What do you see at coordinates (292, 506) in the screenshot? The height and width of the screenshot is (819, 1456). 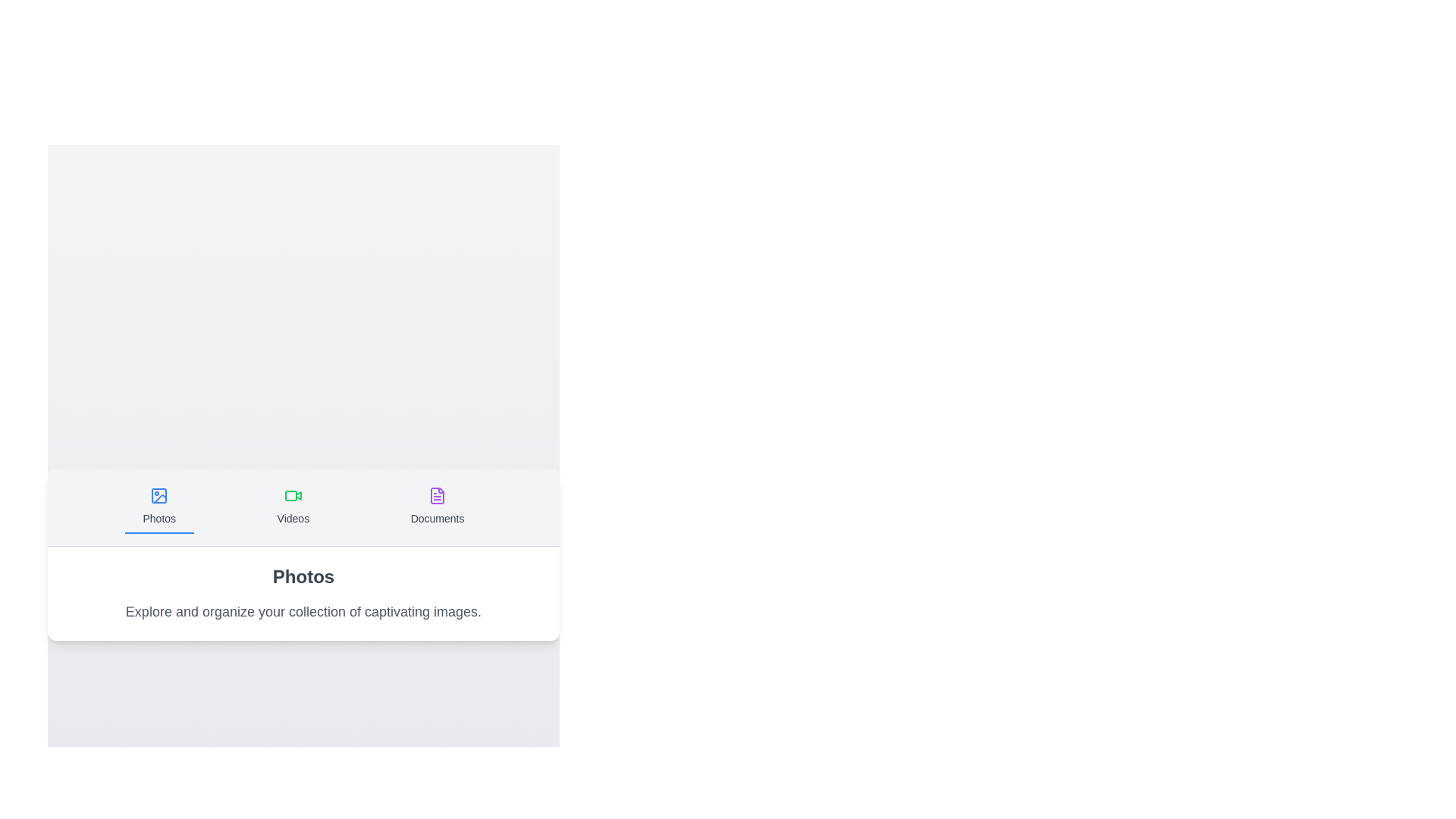 I see `the Videos tab by clicking on it` at bounding box center [292, 506].